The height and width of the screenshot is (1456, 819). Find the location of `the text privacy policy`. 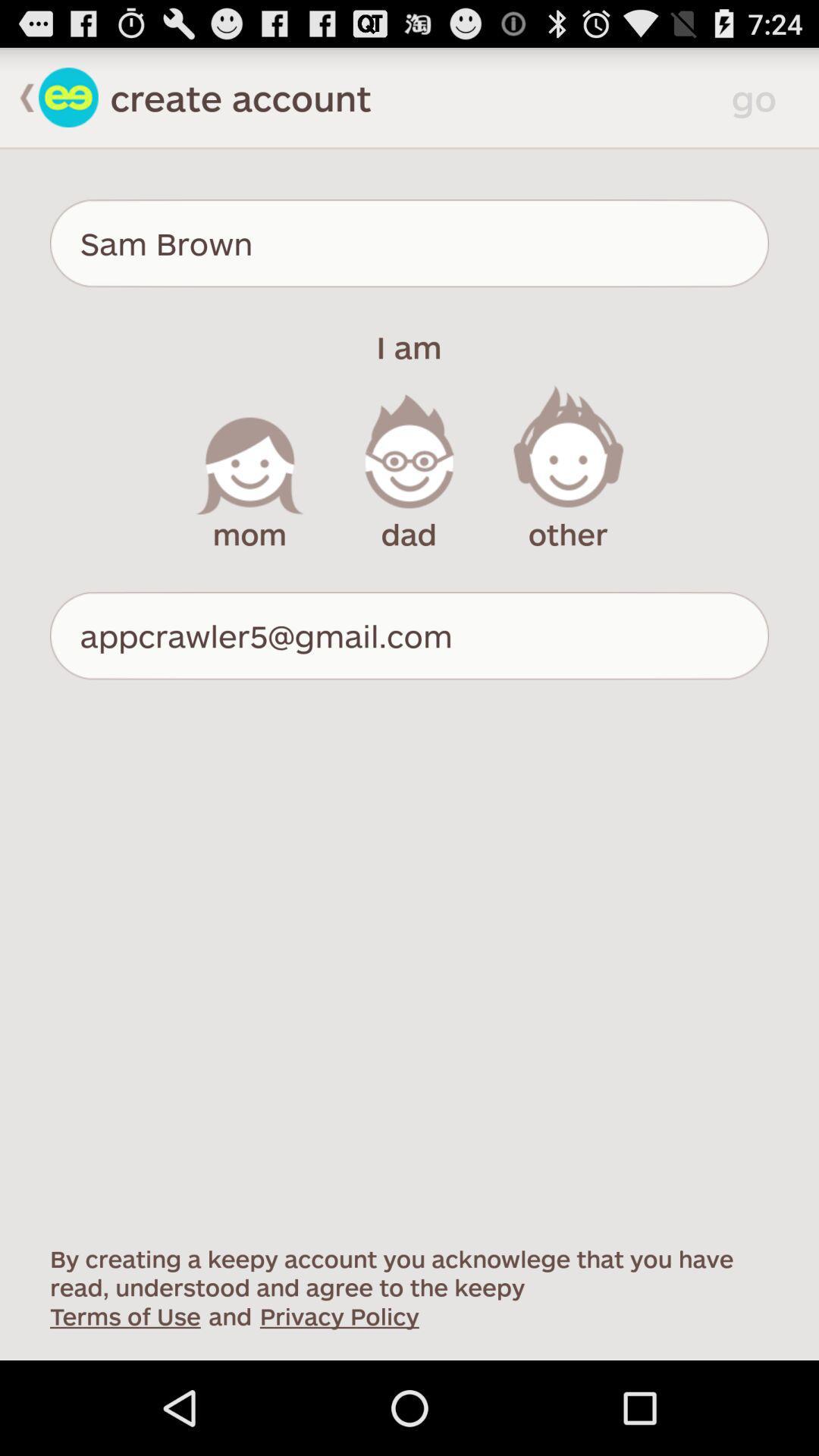

the text privacy policy is located at coordinates (338, 1314).